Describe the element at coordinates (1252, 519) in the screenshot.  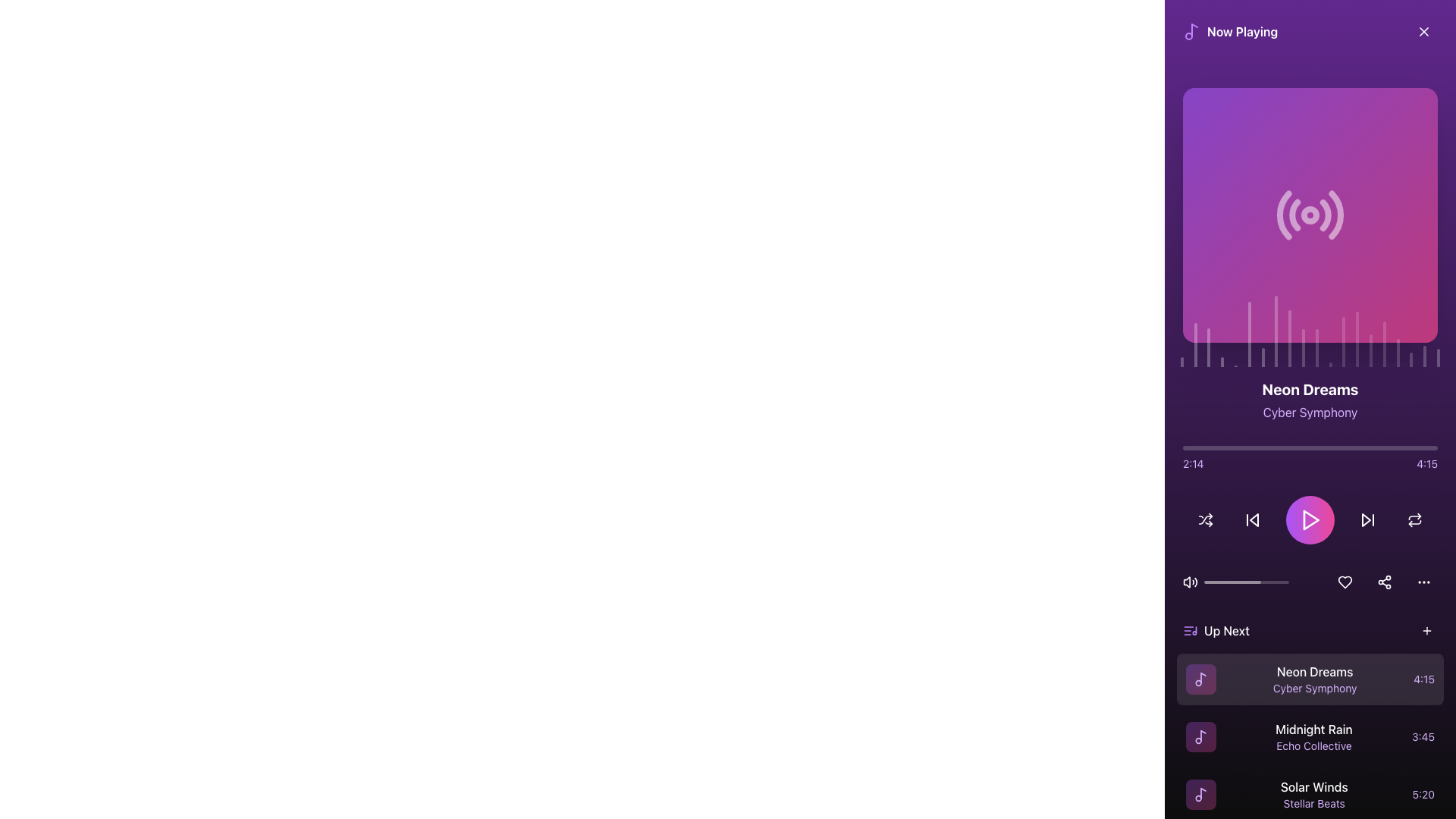
I see `the backtrack button, which is a left-facing arrow with two vertical bars, styled with a purple background` at that location.